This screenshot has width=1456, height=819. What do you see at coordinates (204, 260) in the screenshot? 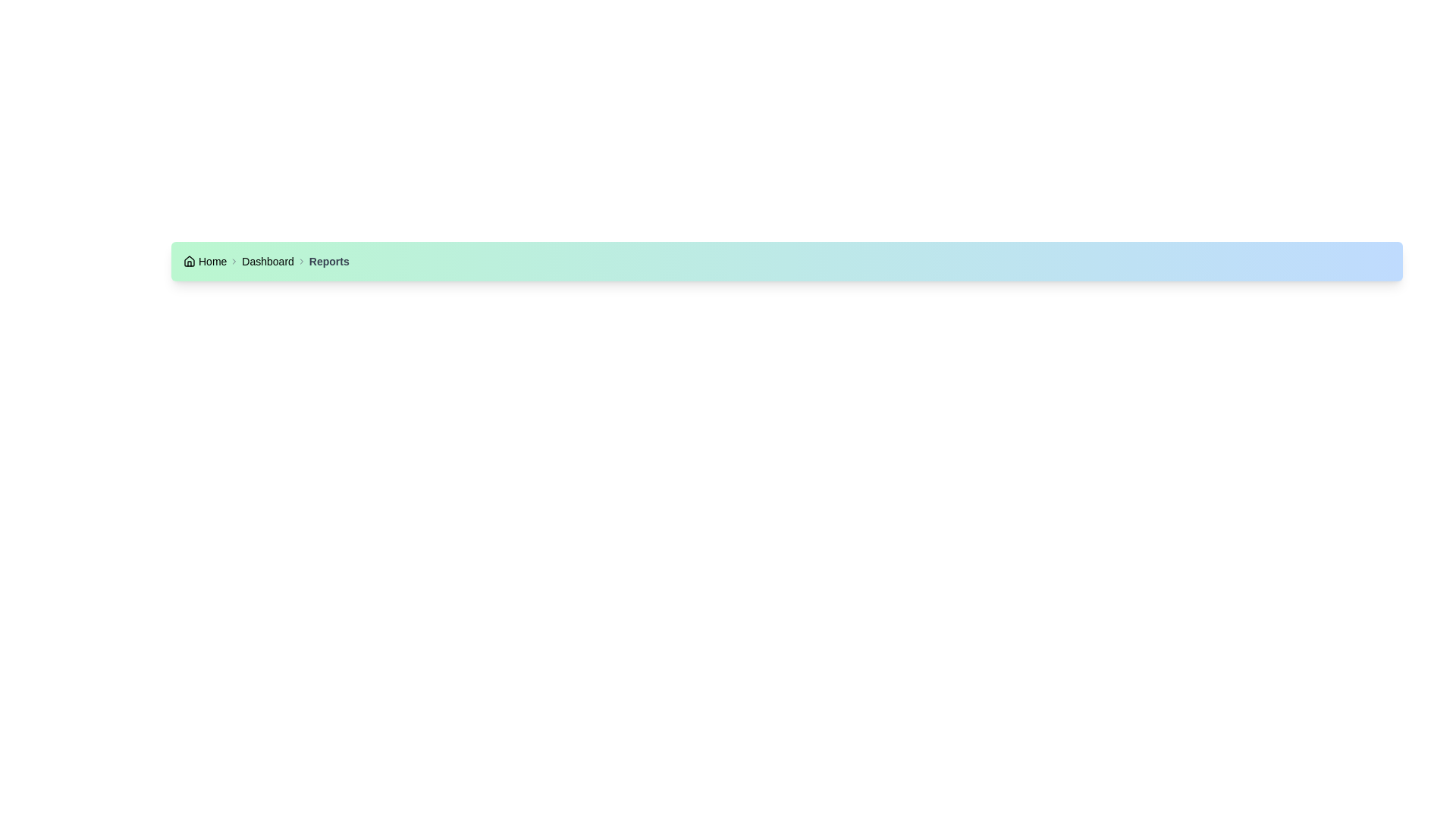
I see `the Navigation link with an icon in the breadcrumb bar` at bounding box center [204, 260].